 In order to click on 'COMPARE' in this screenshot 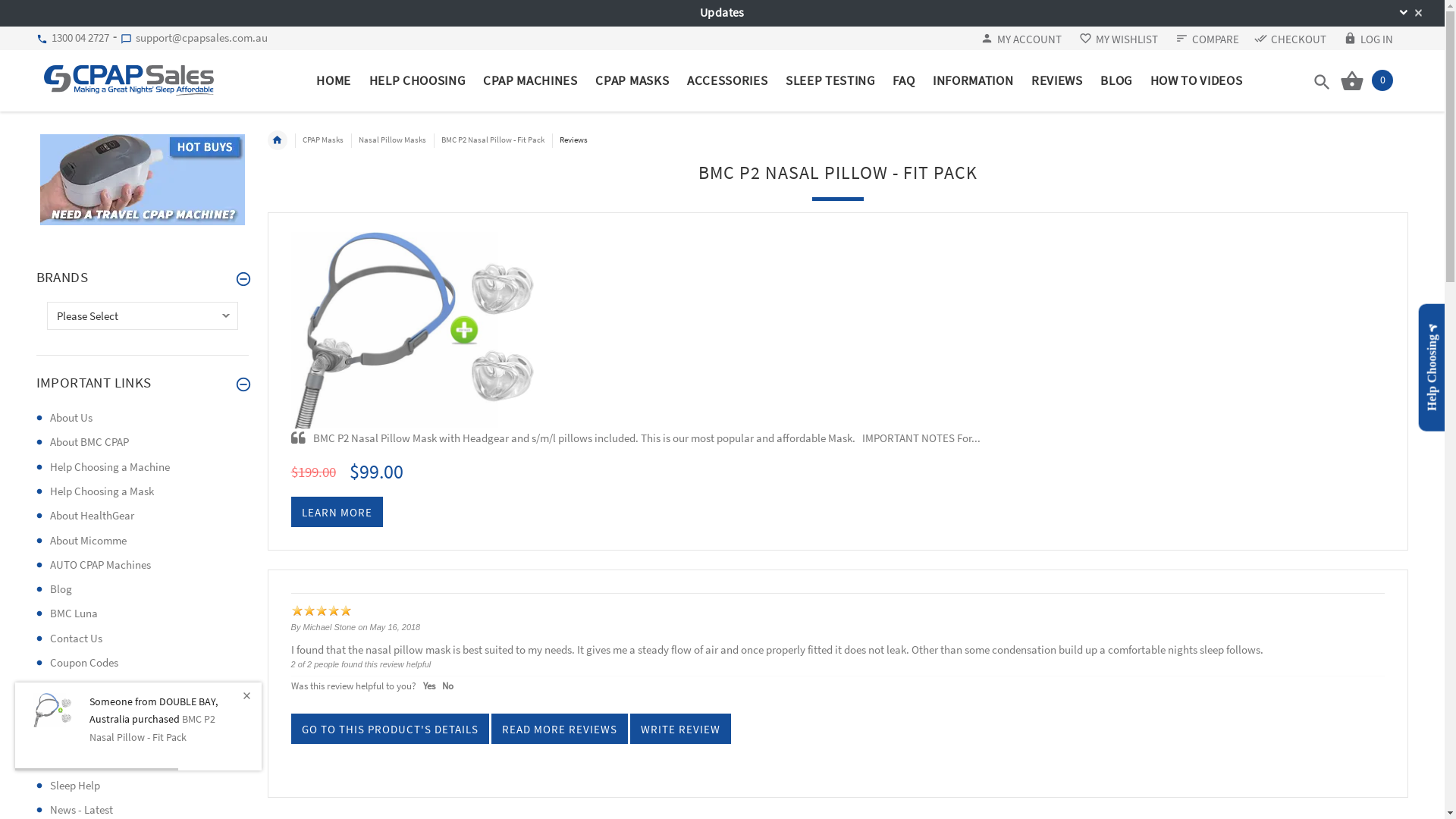, I will do `click(1207, 38)`.